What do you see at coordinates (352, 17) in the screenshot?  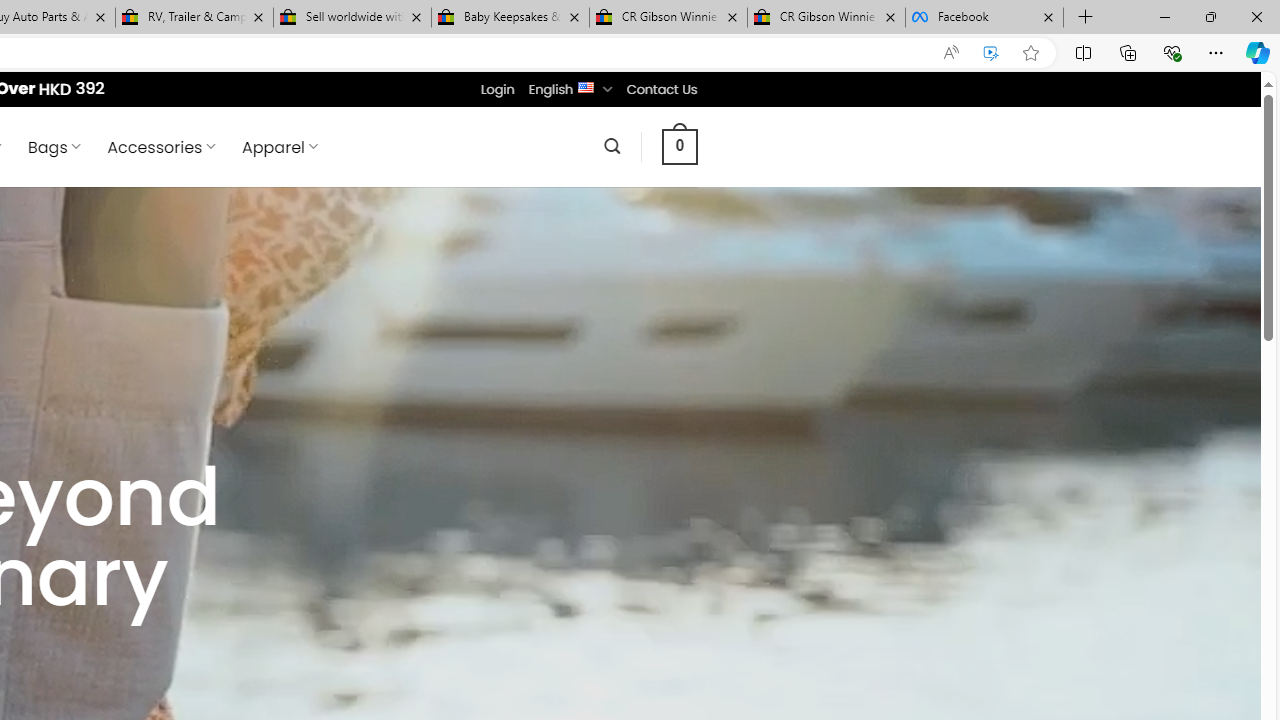 I see `'Sell worldwide with eBay'` at bounding box center [352, 17].